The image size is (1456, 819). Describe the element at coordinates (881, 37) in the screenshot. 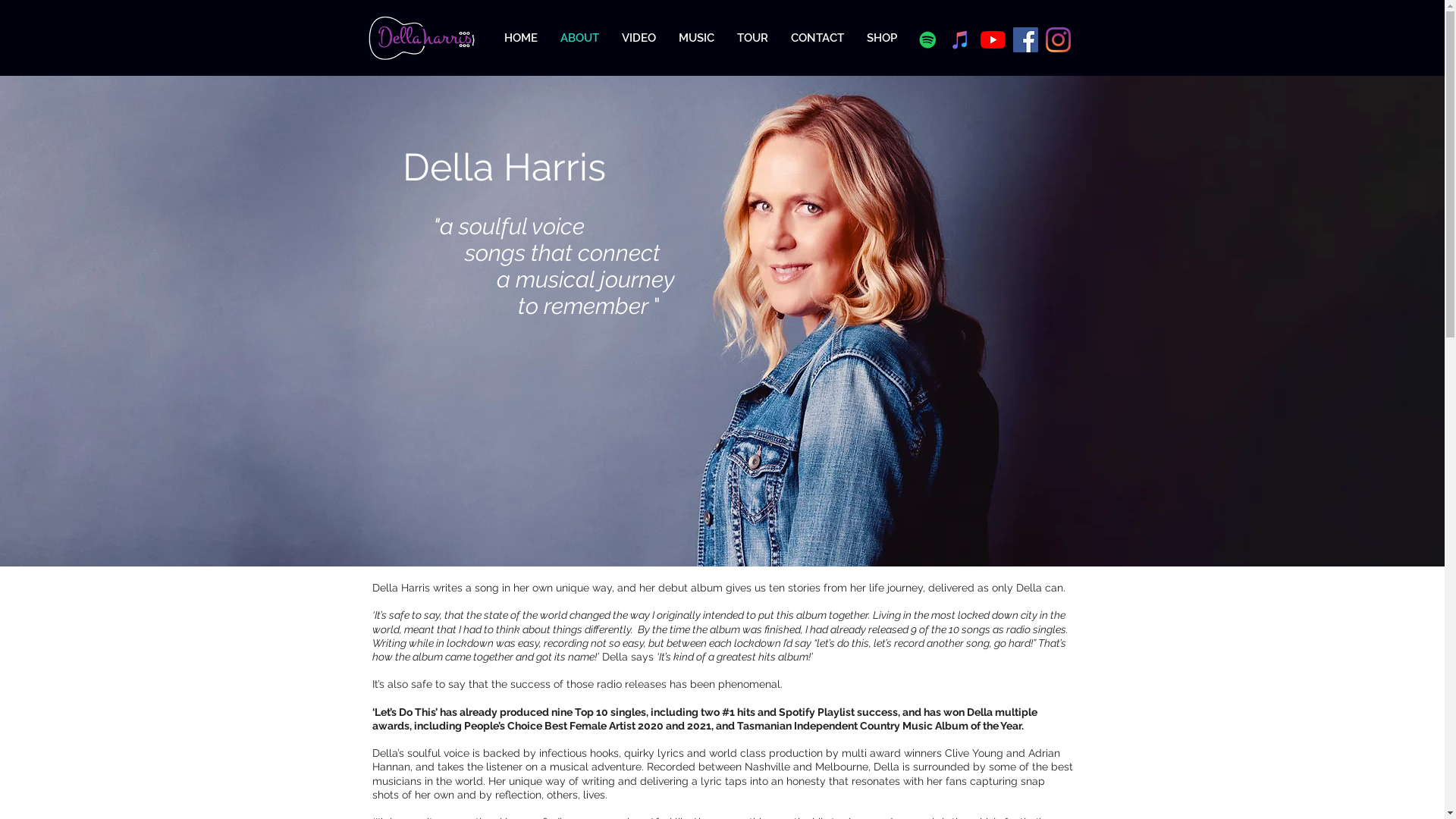

I see `'SHOP'` at that location.